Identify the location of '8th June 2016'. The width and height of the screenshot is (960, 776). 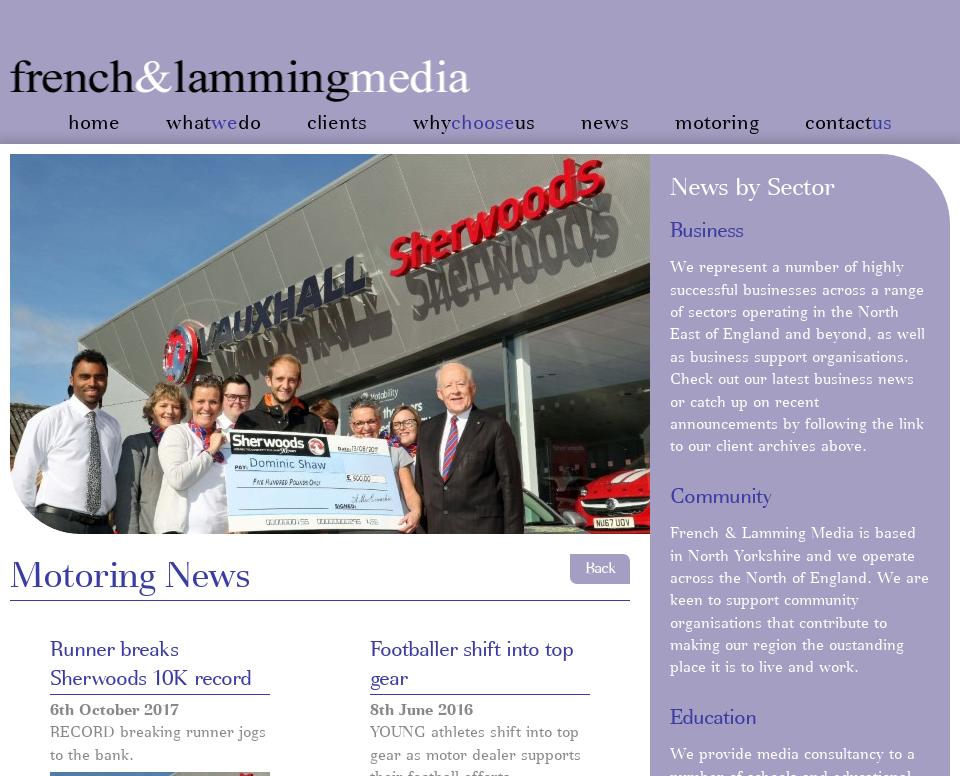
(421, 709).